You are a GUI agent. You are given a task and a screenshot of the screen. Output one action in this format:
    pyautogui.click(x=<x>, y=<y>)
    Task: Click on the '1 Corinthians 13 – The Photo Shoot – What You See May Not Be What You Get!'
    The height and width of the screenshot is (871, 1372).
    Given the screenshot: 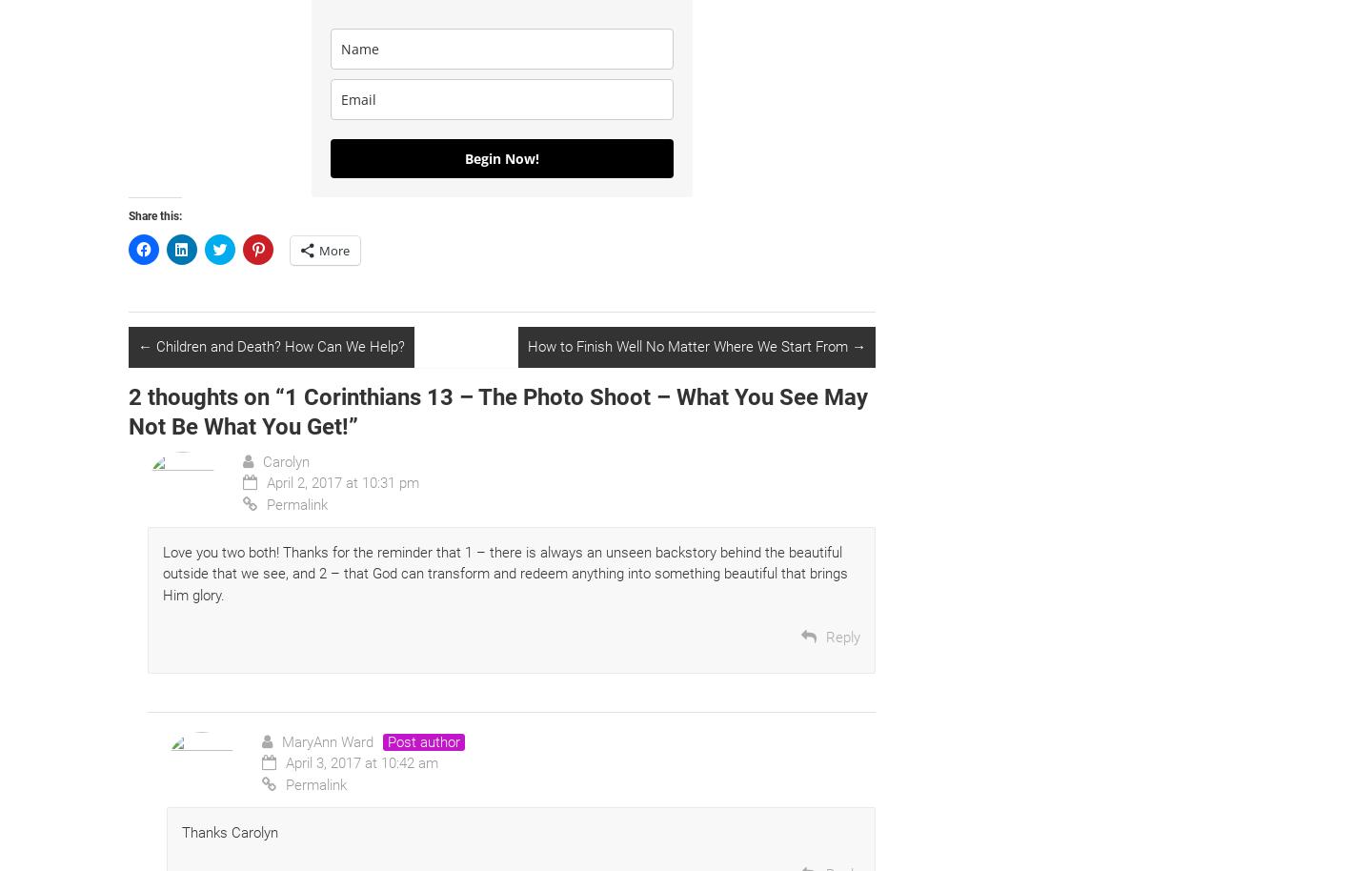 What is the action you would take?
    pyautogui.click(x=497, y=410)
    